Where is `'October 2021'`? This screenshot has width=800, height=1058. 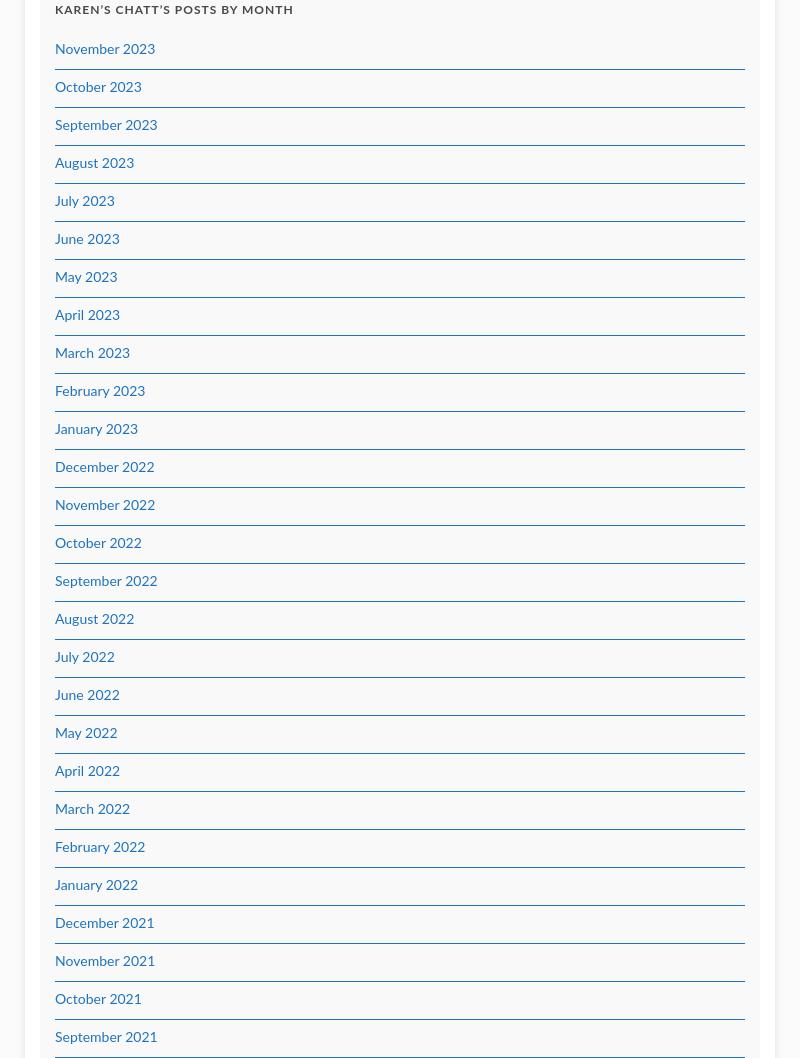 'October 2021' is located at coordinates (98, 999).